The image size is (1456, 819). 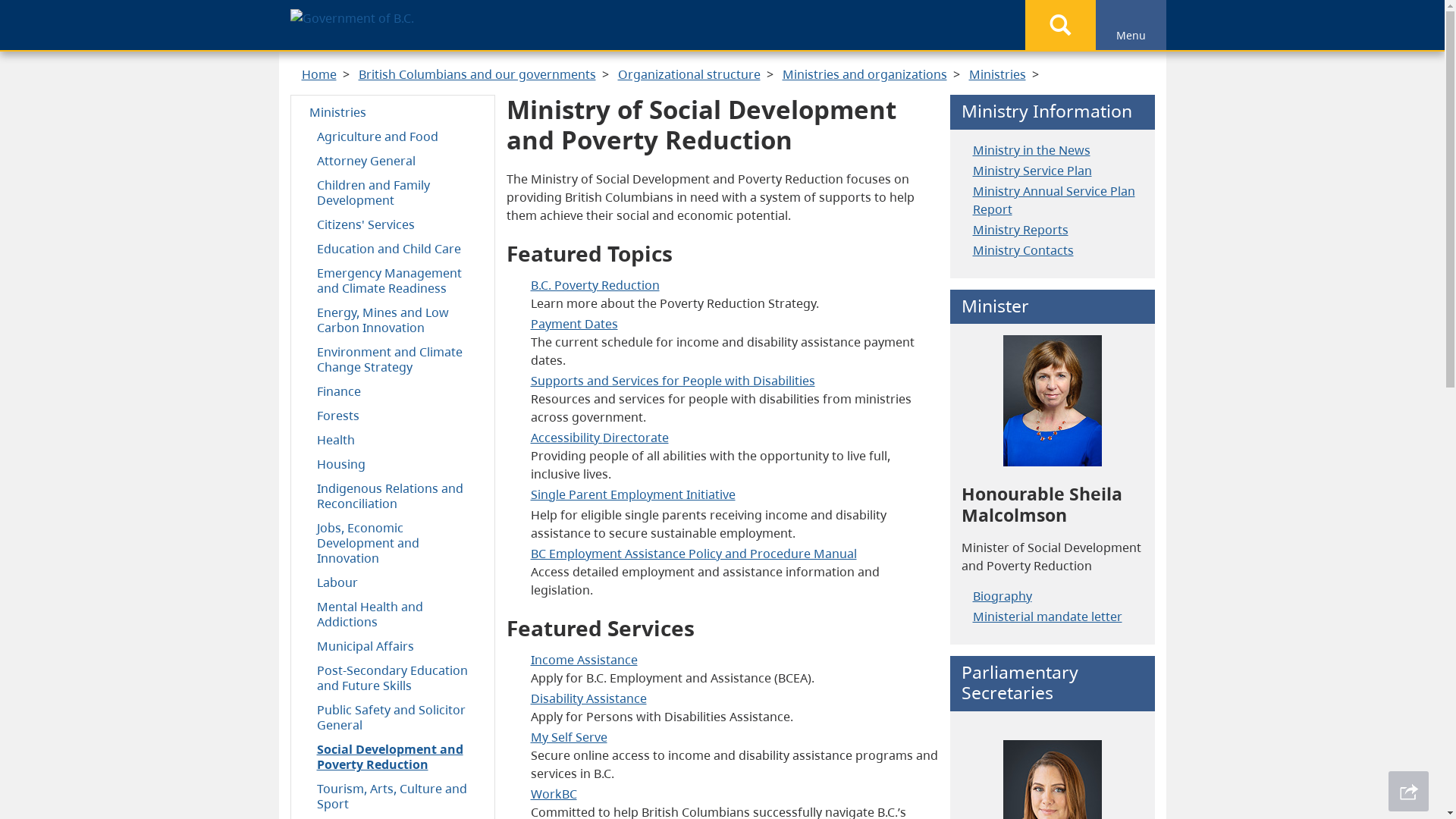 What do you see at coordinates (393, 359) in the screenshot?
I see `'Environment and Climate Change Strategy'` at bounding box center [393, 359].